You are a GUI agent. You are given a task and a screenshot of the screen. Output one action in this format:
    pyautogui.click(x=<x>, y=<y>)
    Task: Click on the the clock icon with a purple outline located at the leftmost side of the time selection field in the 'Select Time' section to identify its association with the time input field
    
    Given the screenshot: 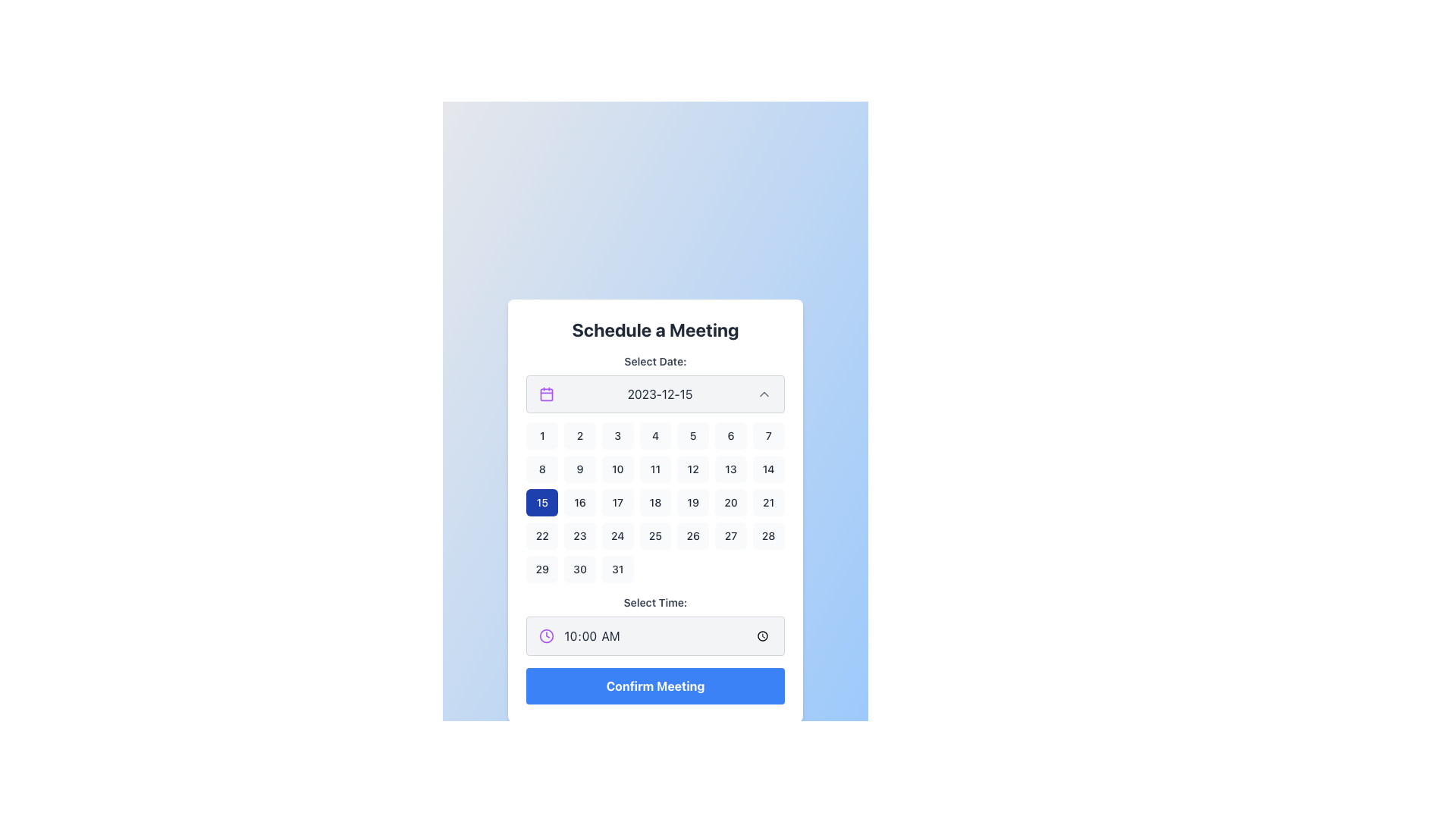 What is the action you would take?
    pyautogui.click(x=546, y=636)
    